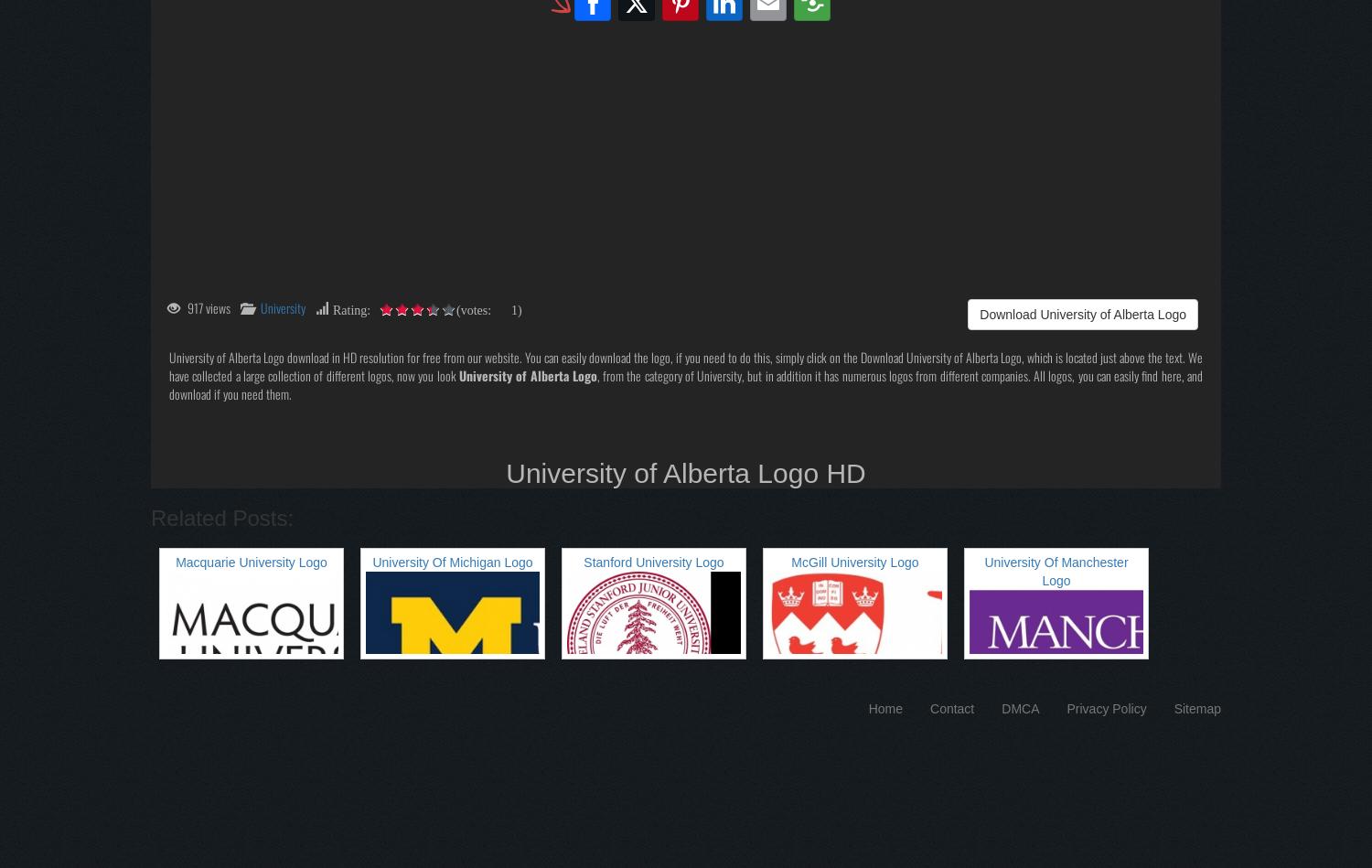  What do you see at coordinates (208, 306) in the screenshot?
I see `'917 views'` at bounding box center [208, 306].